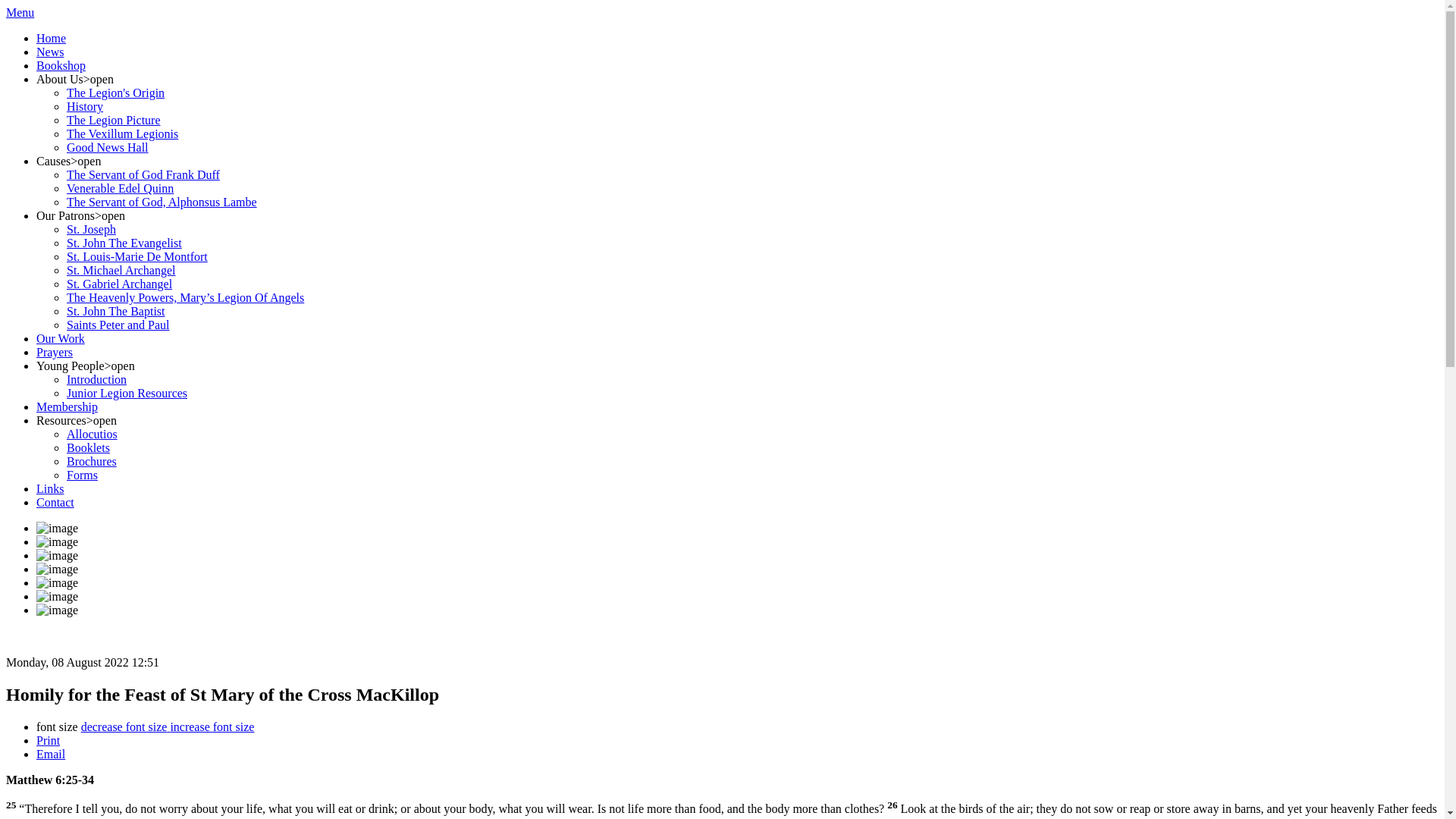  What do you see at coordinates (57, 555) in the screenshot?
I see `'image'` at bounding box center [57, 555].